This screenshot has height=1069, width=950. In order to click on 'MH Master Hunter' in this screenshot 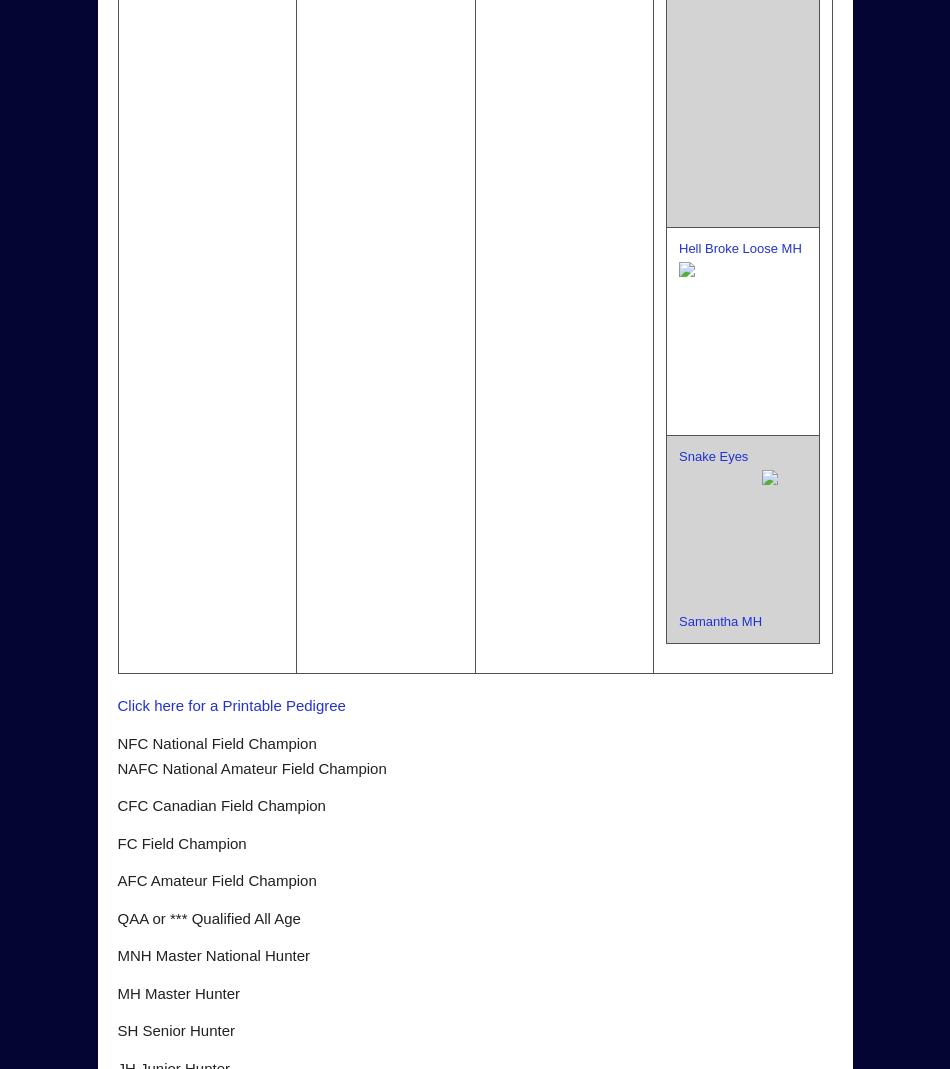, I will do `click(117, 992)`.